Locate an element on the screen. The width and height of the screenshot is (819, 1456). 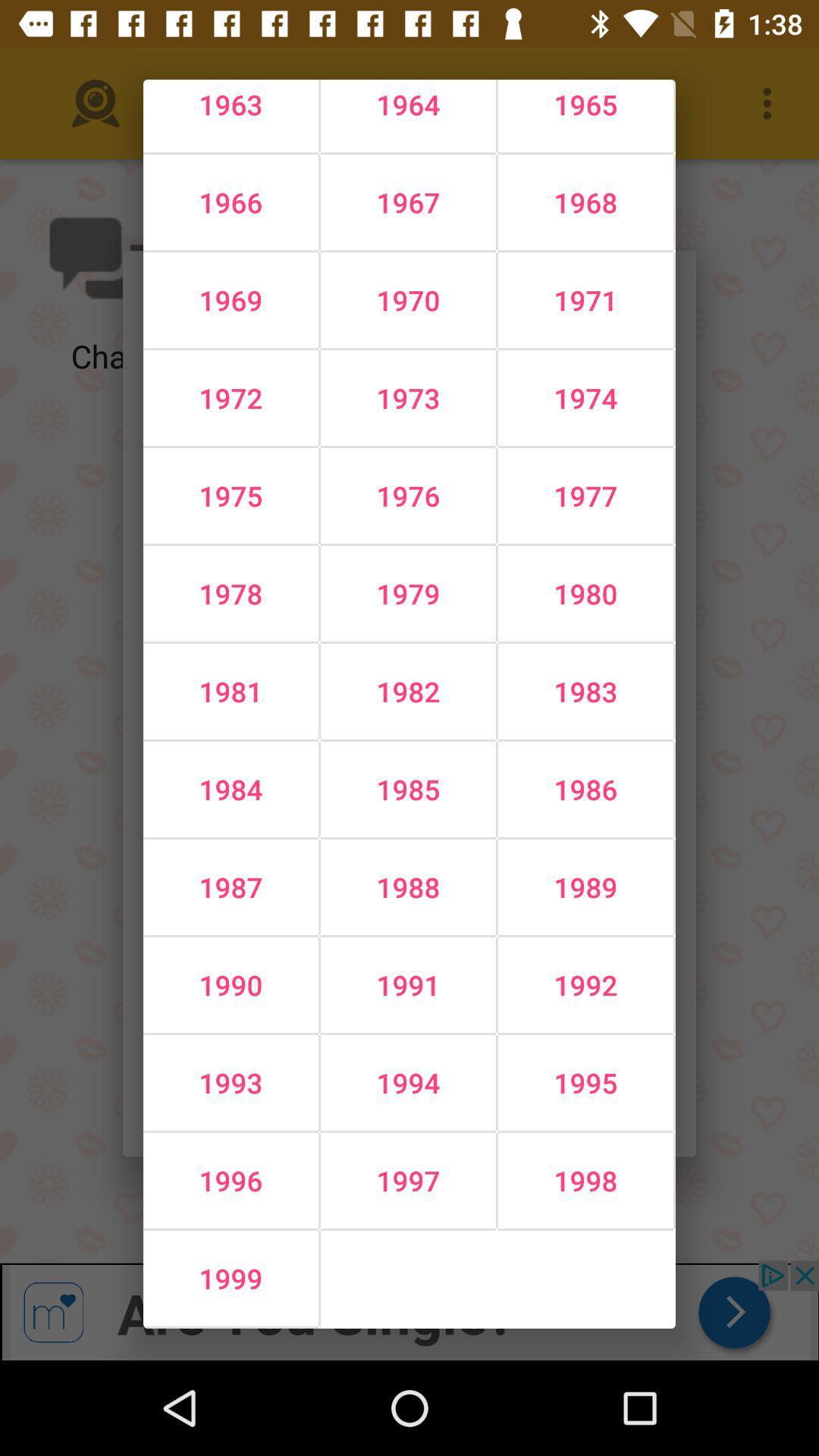
the icon above the 1993 is located at coordinates (407, 985).